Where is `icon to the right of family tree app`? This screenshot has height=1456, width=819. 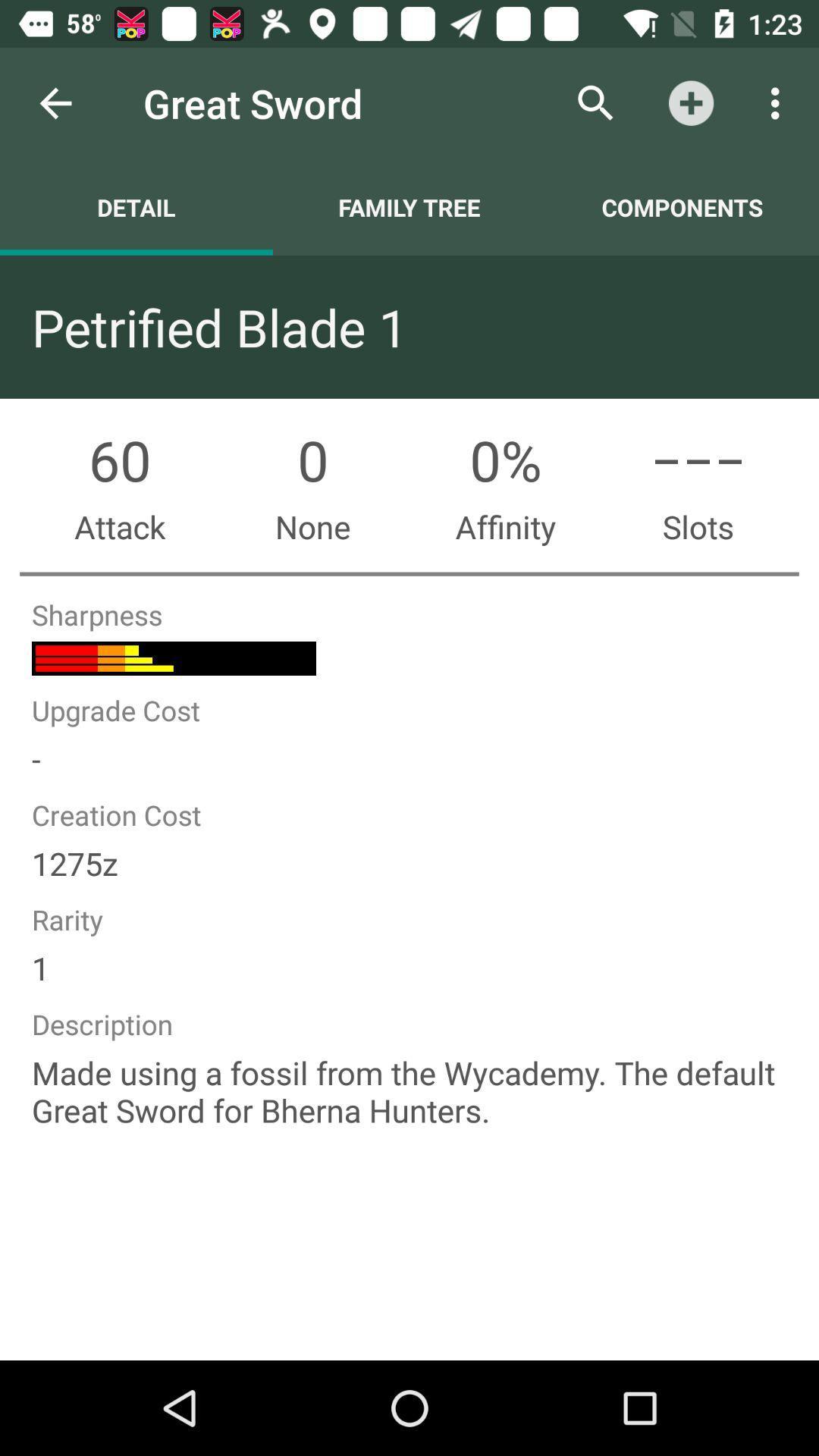 icon to the right of family tree app is located at coordinates (595, 102).